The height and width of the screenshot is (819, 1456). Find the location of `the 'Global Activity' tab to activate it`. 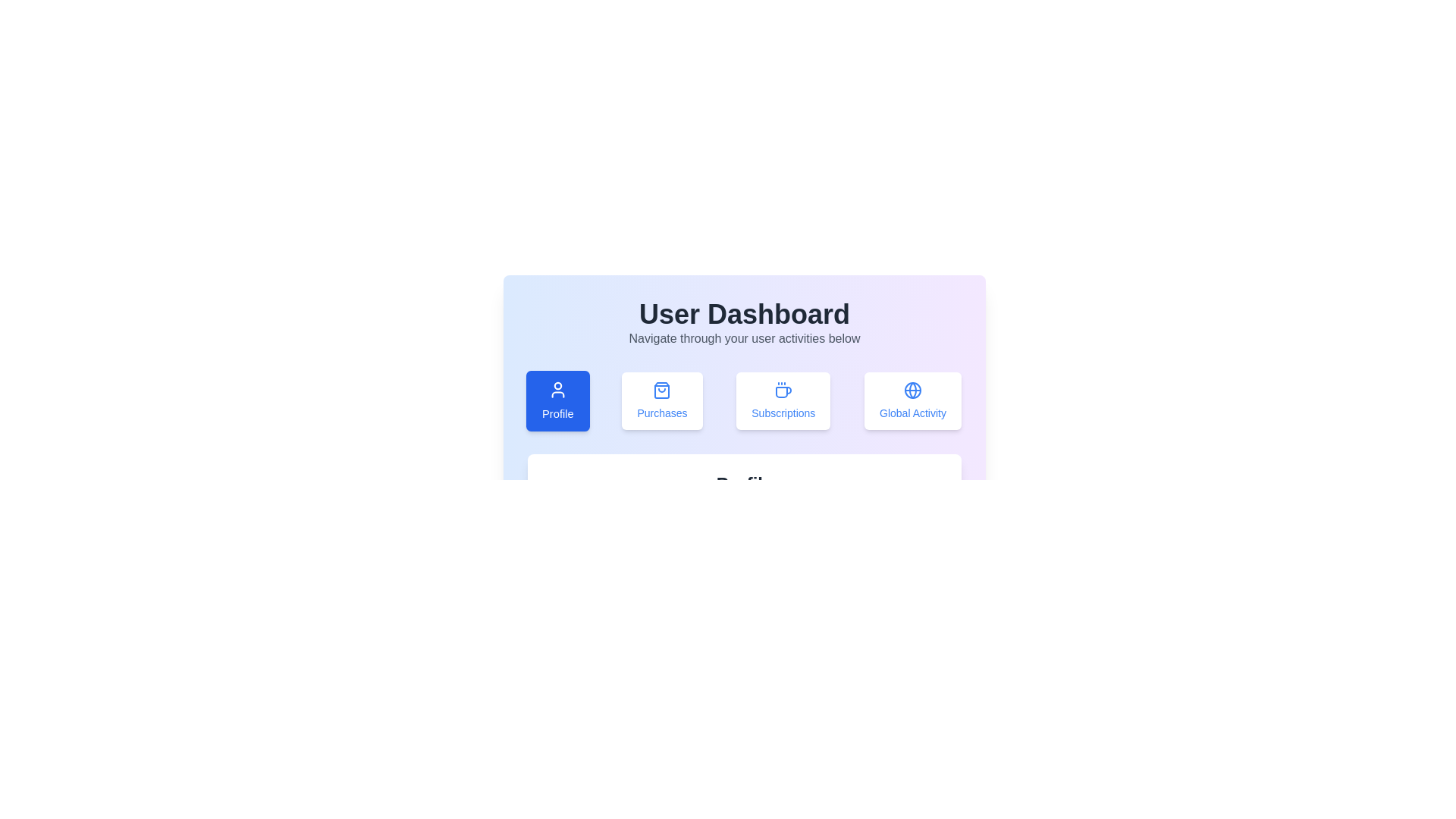

the 'Global Activity' tab to activate it is located at coordinates (912, 400).